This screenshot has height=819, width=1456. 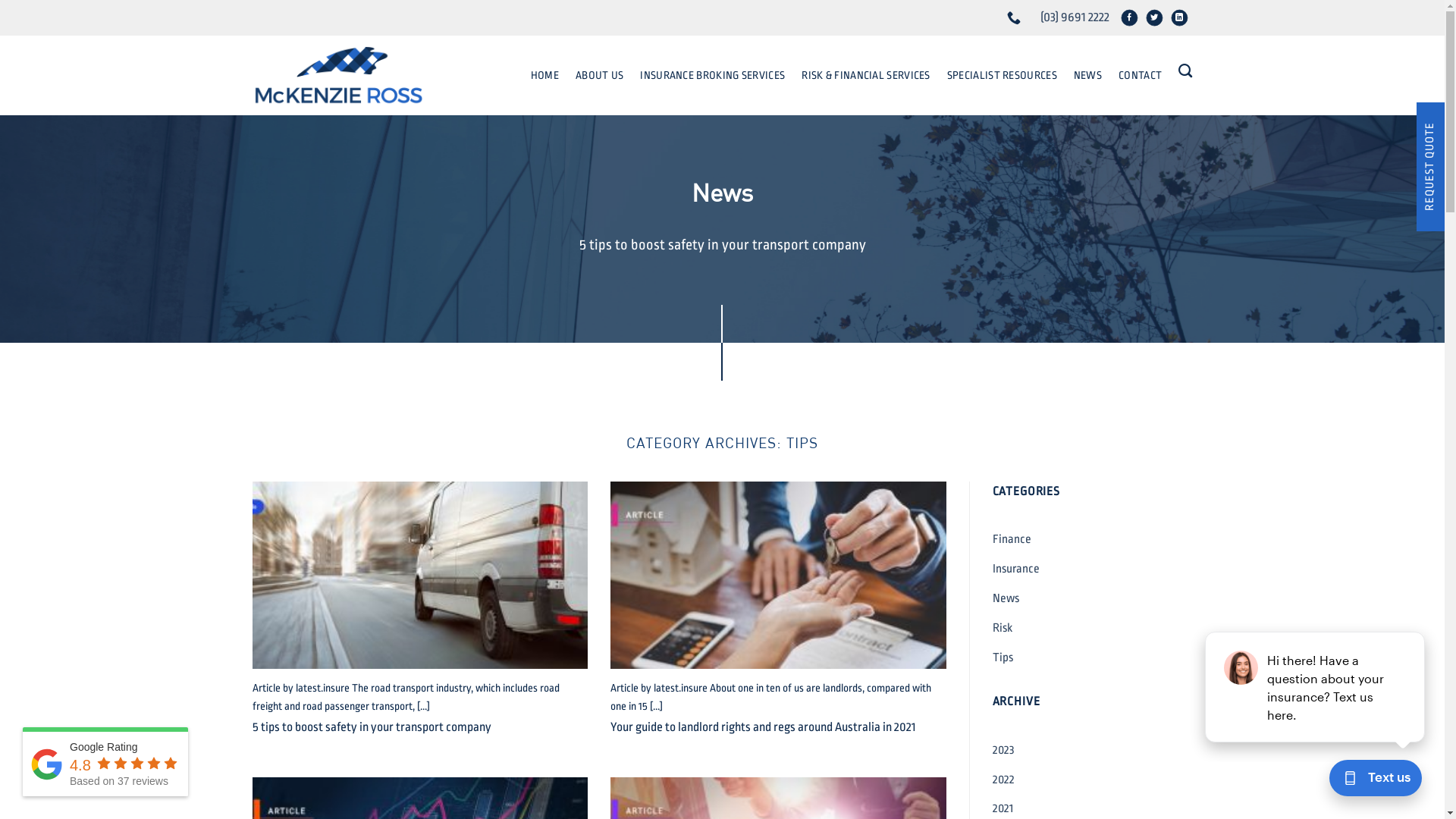 What do you see at coordinates (0, 0) in the screenshot?
I see `'Skip to content'` at bounding box center [0, 0].